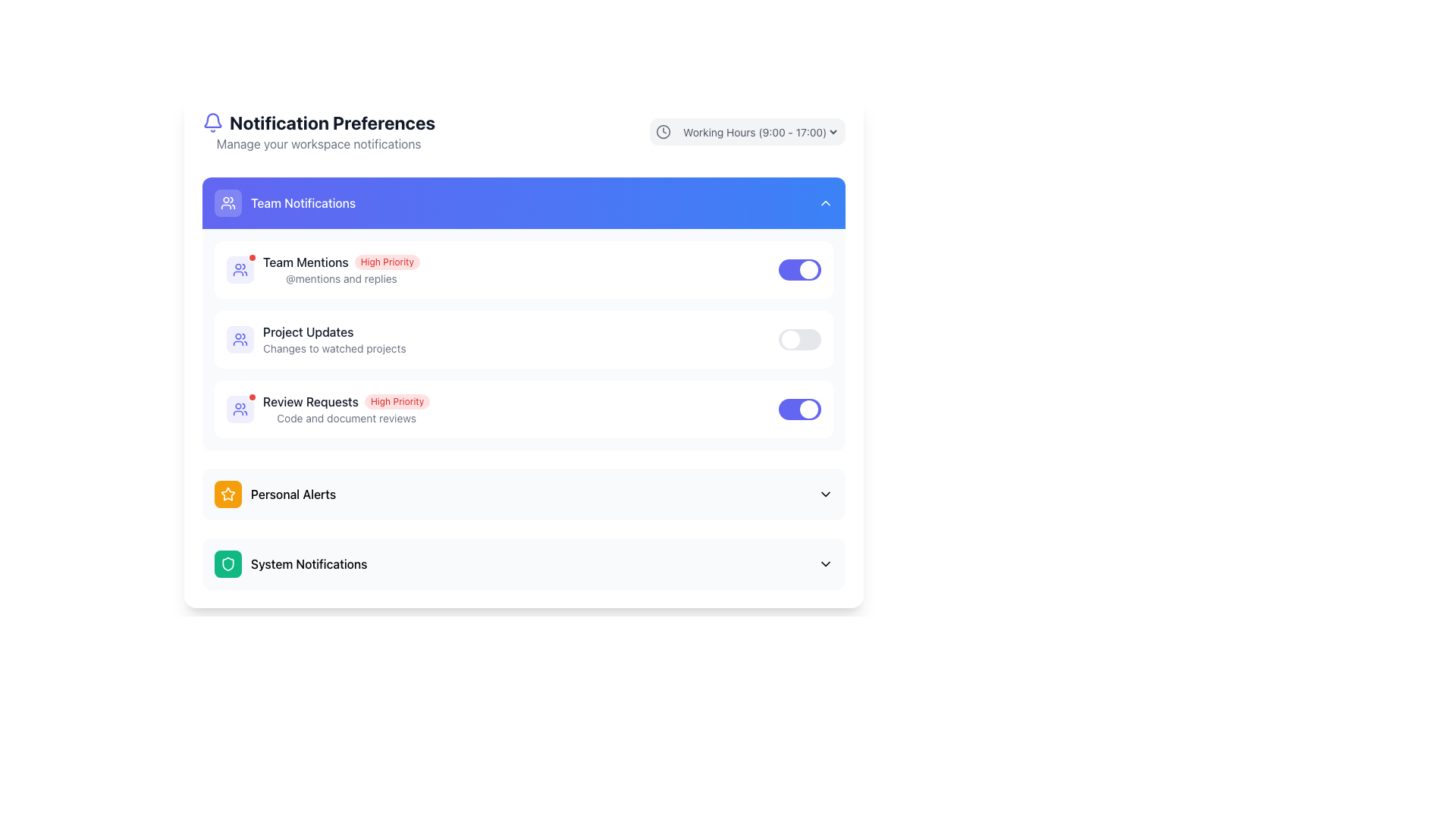 This screenshot has width=1456, height=819. What do you see at coordinates (305, 262) in the screenshot?
I see `the 'Team Mentions' static text element, which is styled in medium font weight and dark color, located at the top of the notification settings list, preceding the 'High Priority' label` at bounding box center [305, 262].